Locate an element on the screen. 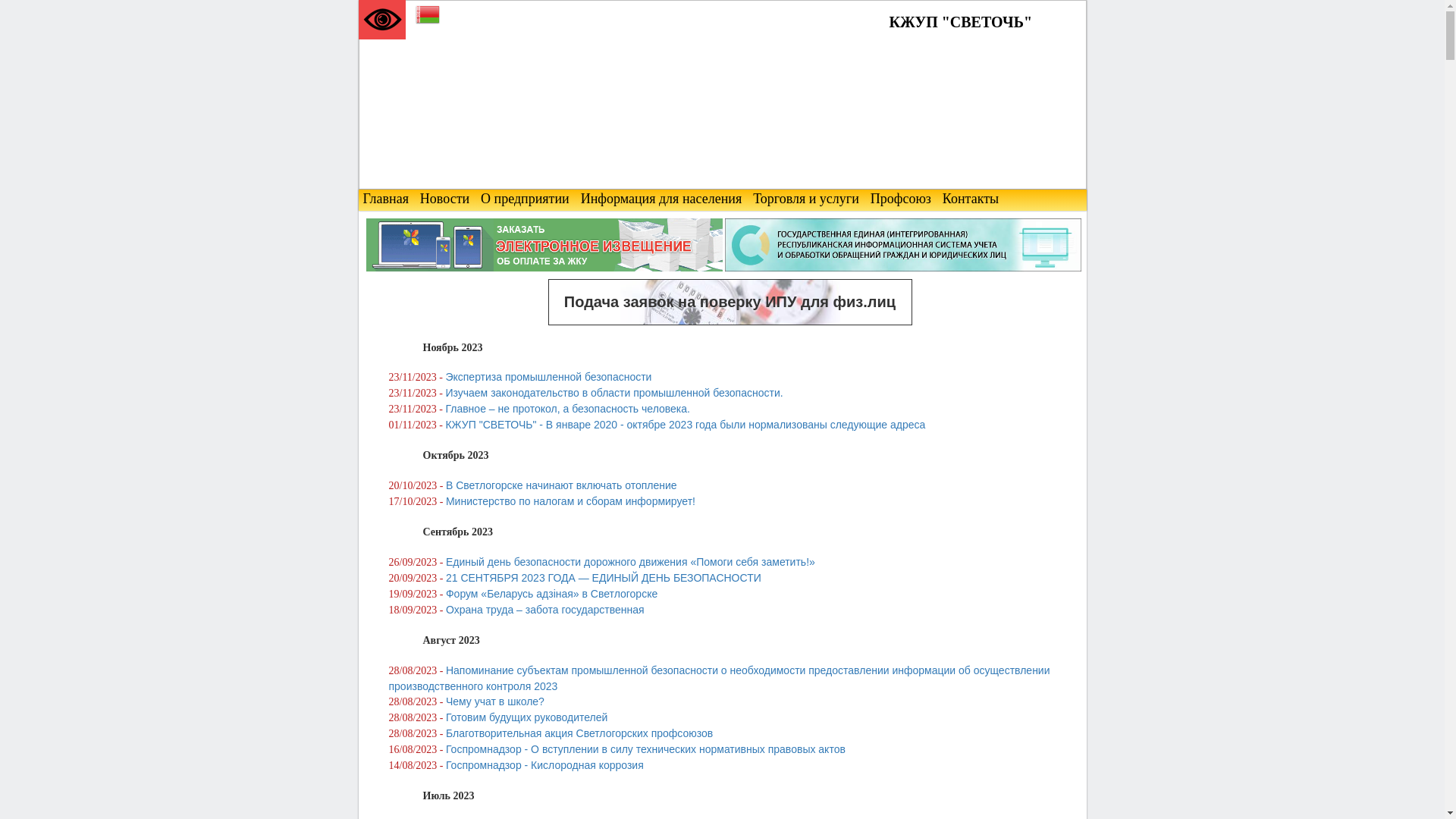  'Belarusian' is located at coordinates (426, 17).